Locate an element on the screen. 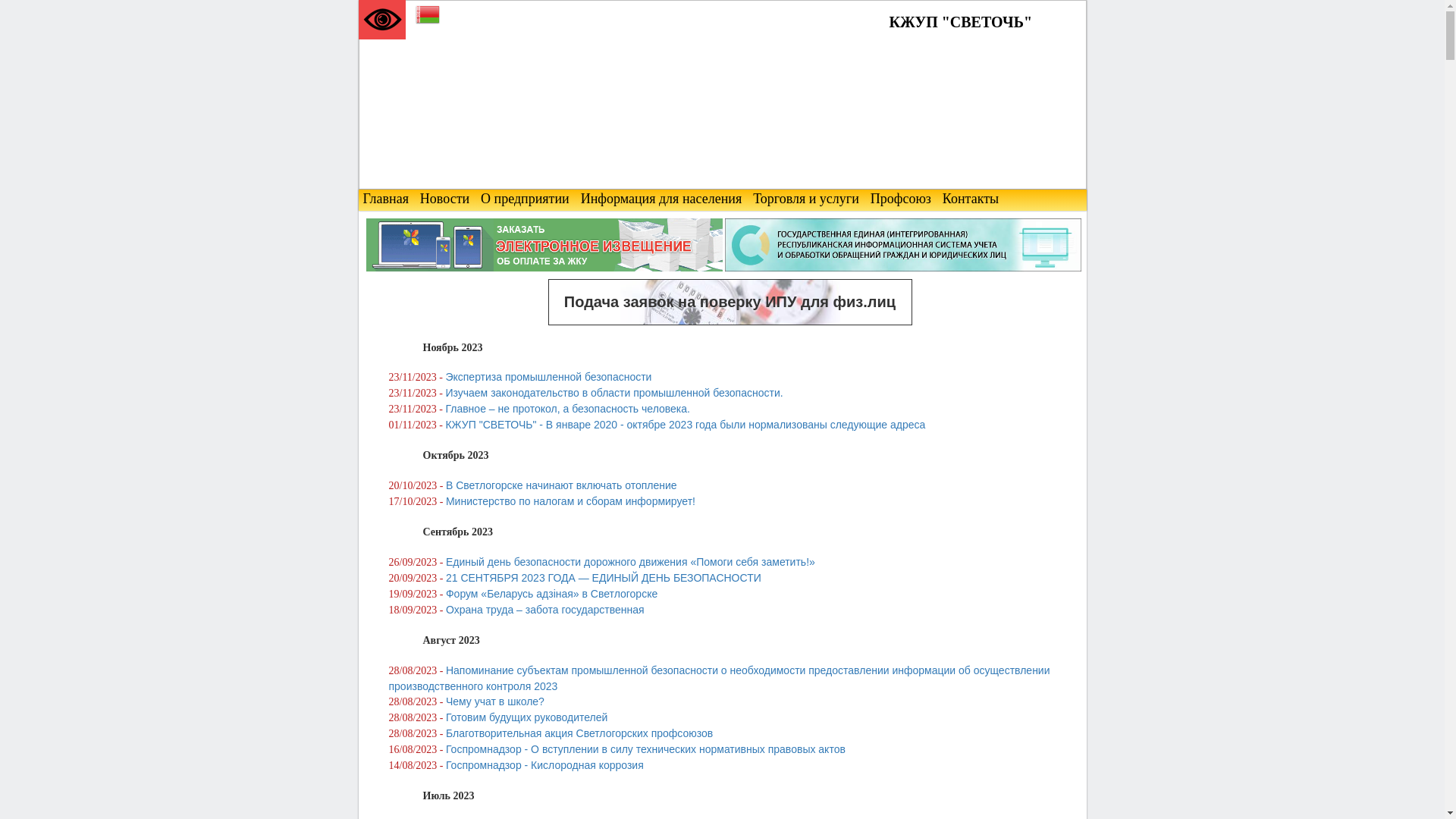  'Belarusian' is located at coordinates (426, 17).